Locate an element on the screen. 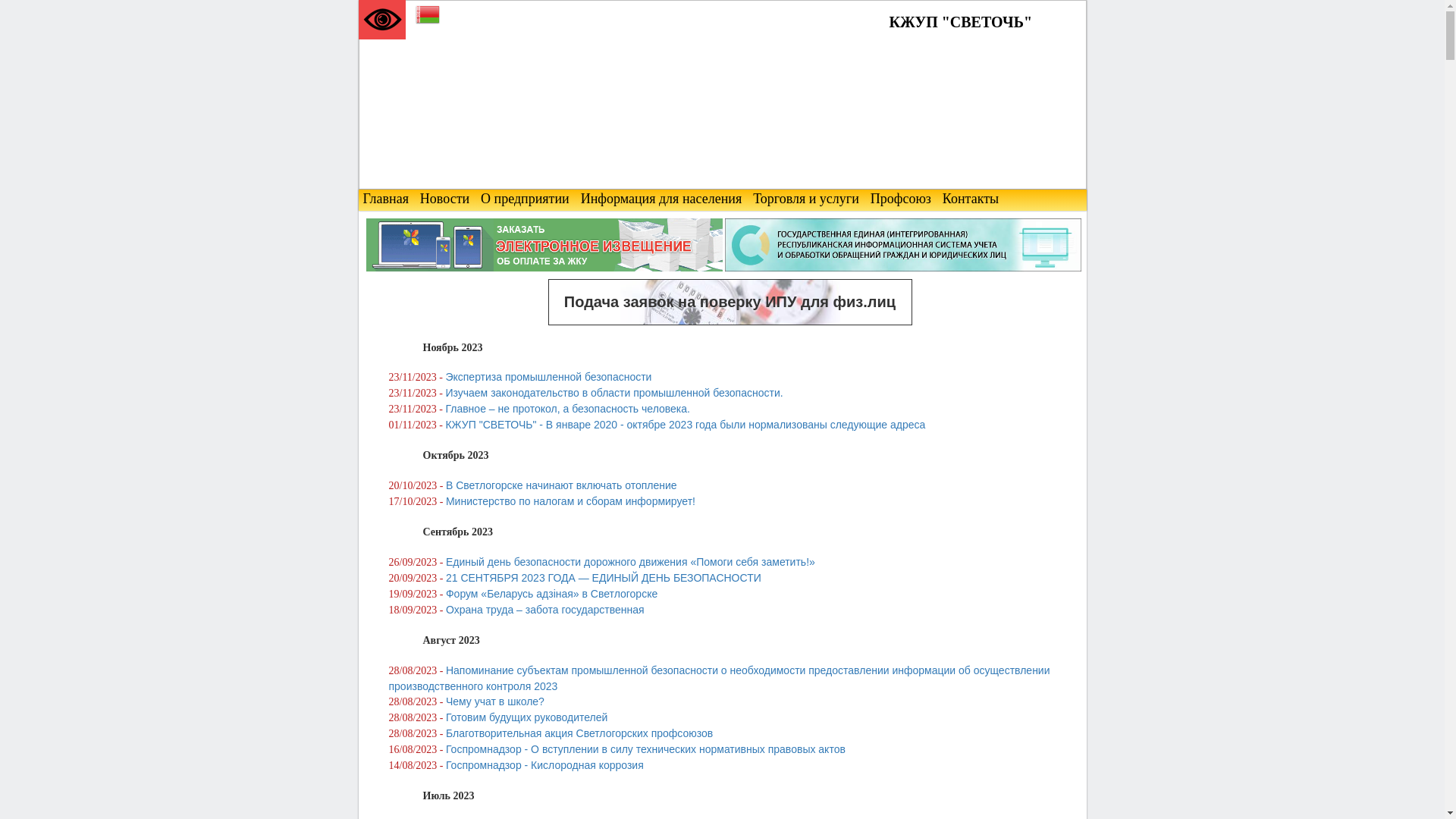  'Belarusian' is located at coordinates (426, 17).